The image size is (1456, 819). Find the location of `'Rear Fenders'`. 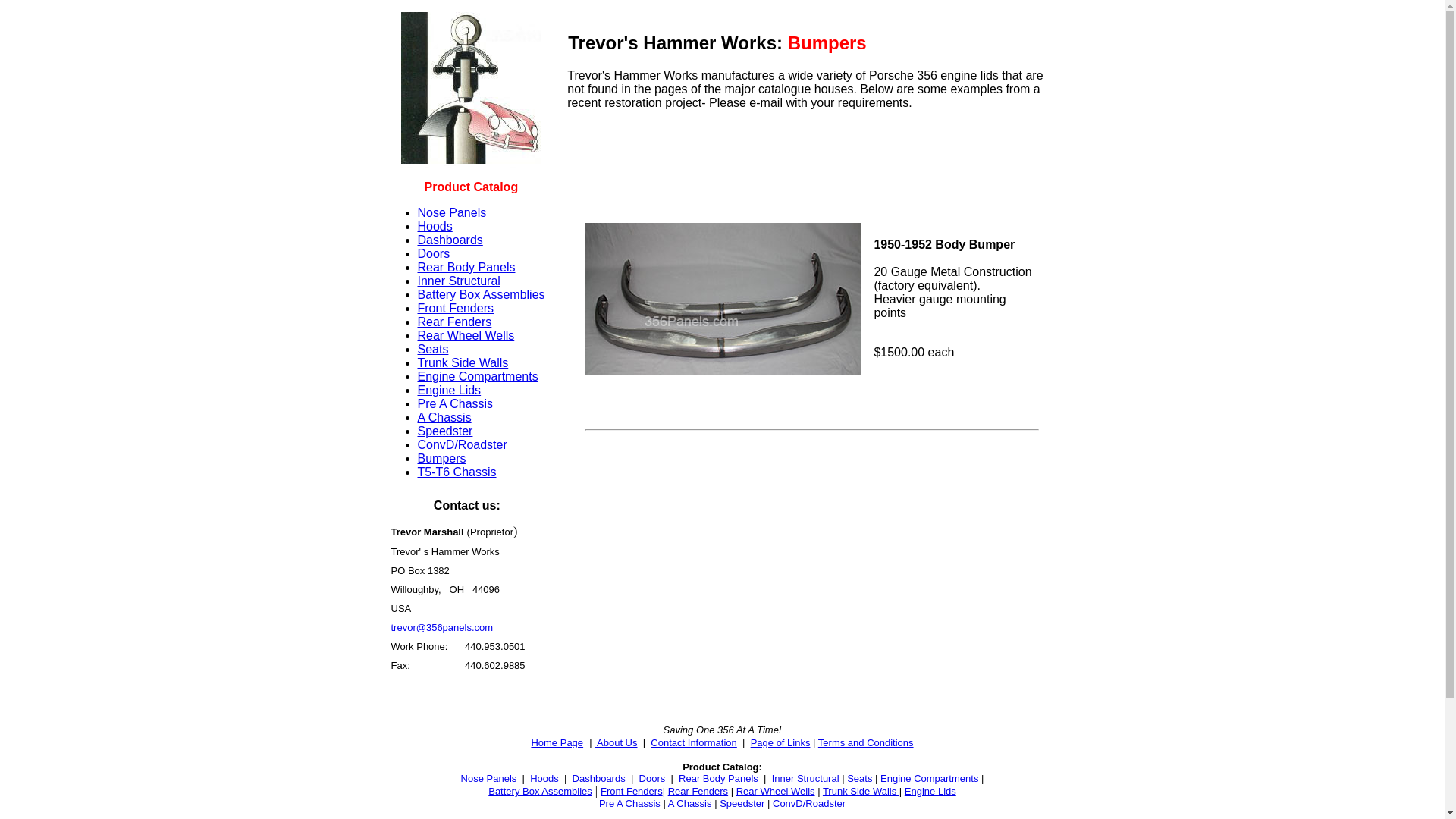

'Rear Fenders' is located at coordinates (417, 321).